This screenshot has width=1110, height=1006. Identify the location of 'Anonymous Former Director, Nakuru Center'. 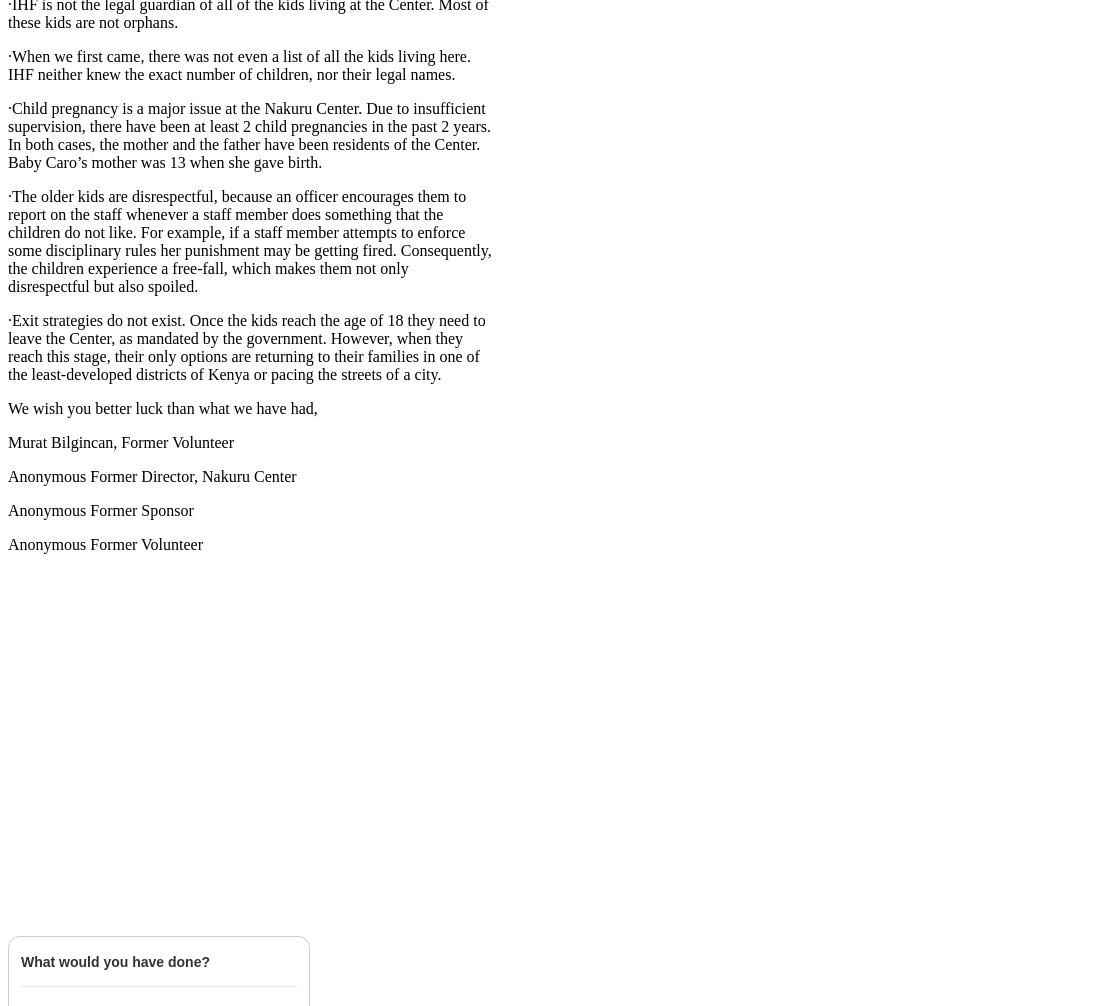
(151, 474).